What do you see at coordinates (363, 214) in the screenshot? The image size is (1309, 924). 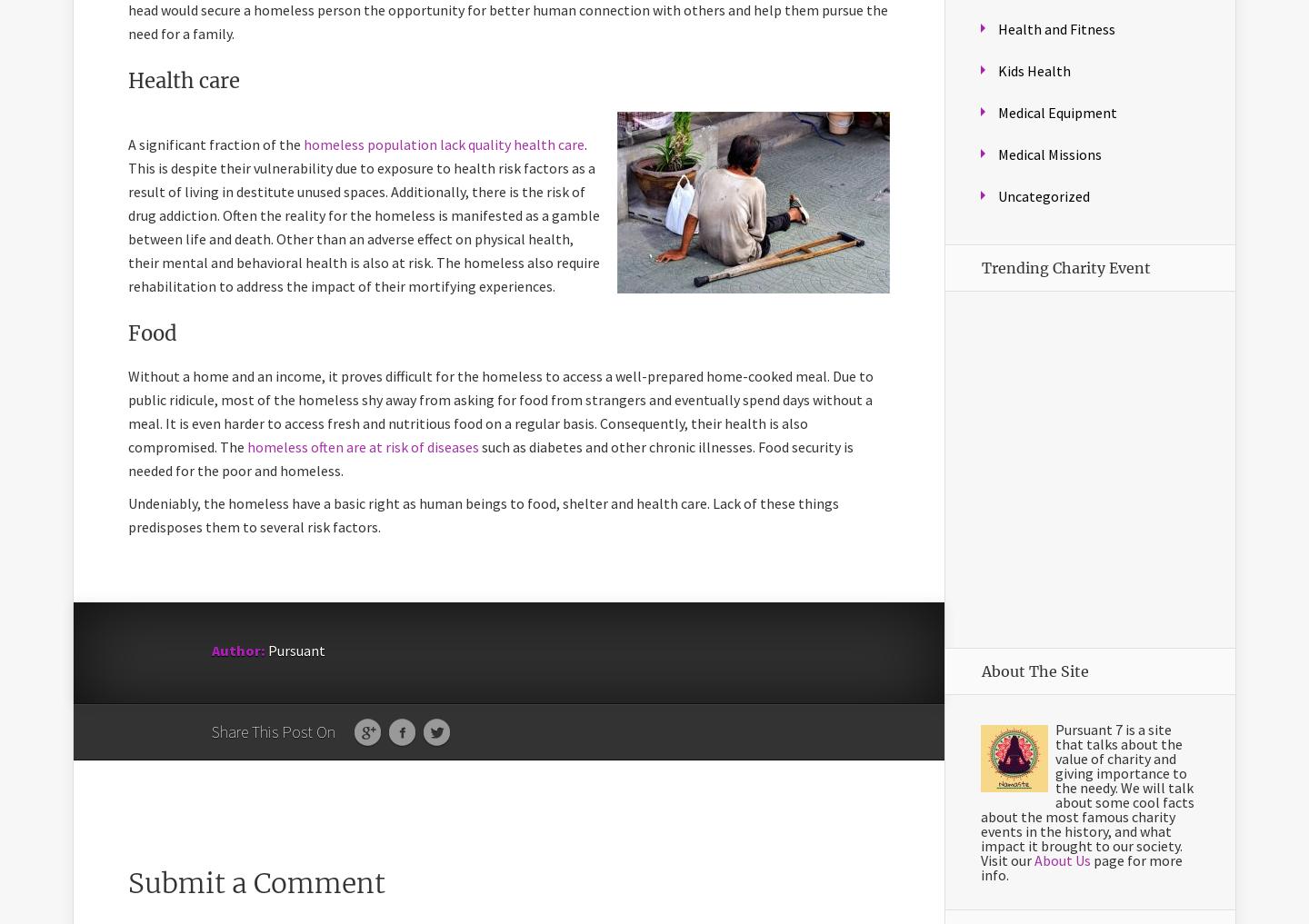 I see `'. This is despite their vulnerability due to exposure to health risk factors as a result of living in destitute unused spaces. Additionally, there is the risk of drug addiction. Often the reality for the homeless is manifested as a gamble between life and death. Other than an adverse effect on physical health, their mental and behavioral health is also at risk. The homeless also require rehabilitation to address the impact of their mortifying experiences.'` at bounding box center [363, 214].